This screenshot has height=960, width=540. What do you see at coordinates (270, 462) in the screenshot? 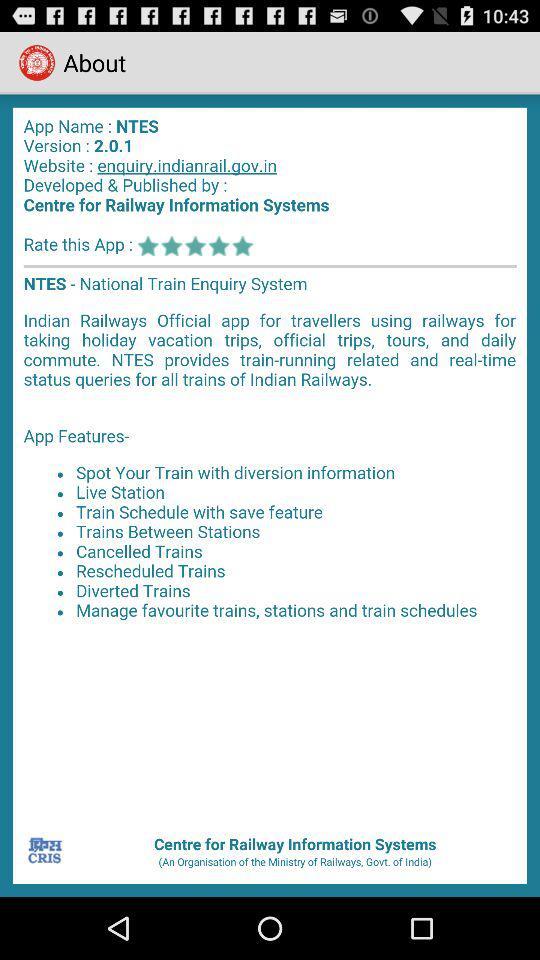
I see `app about page` at bounding box center [270, 462].